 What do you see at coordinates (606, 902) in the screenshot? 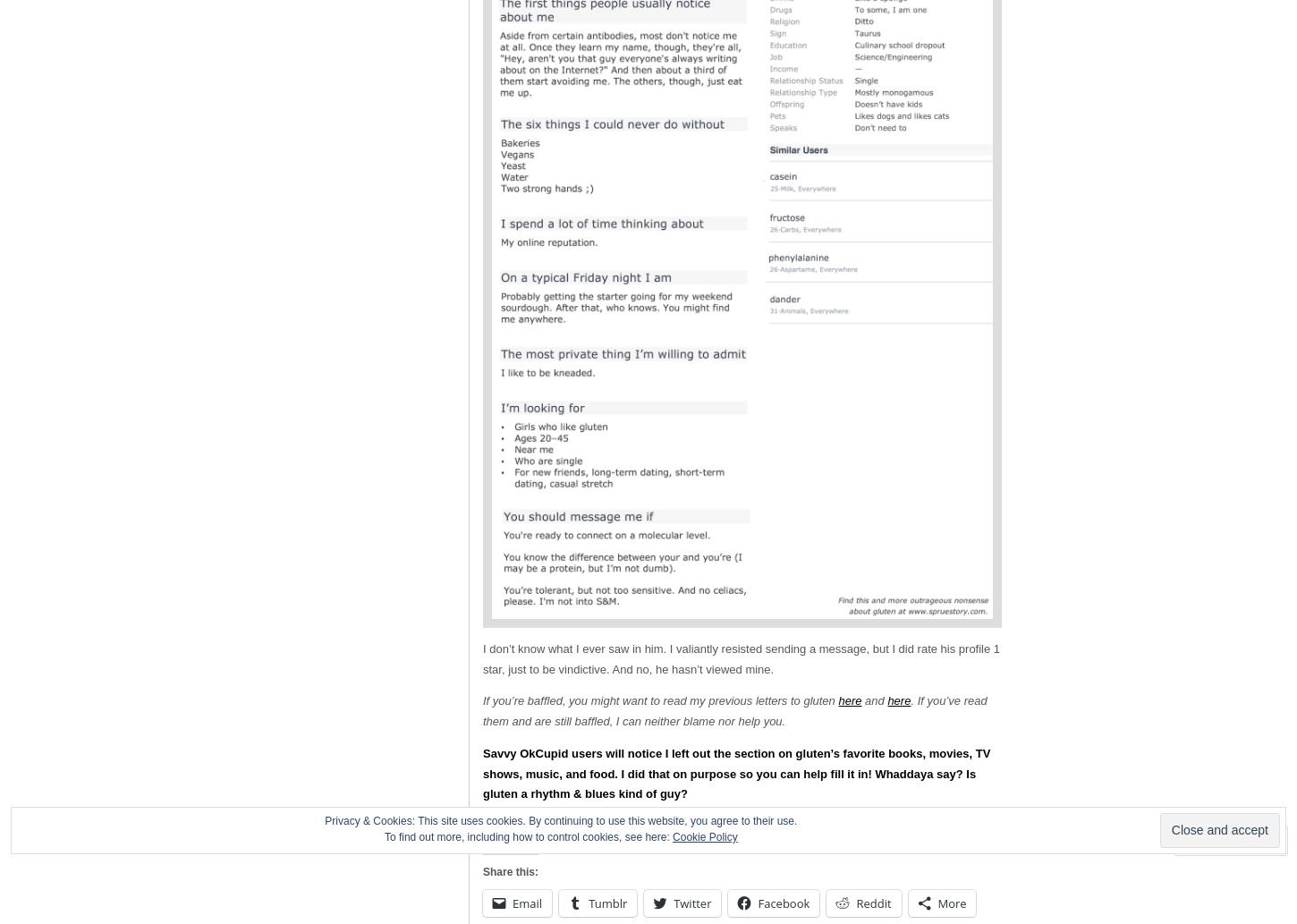
I see `'Tumblr'` at bounding box center [606, 902].